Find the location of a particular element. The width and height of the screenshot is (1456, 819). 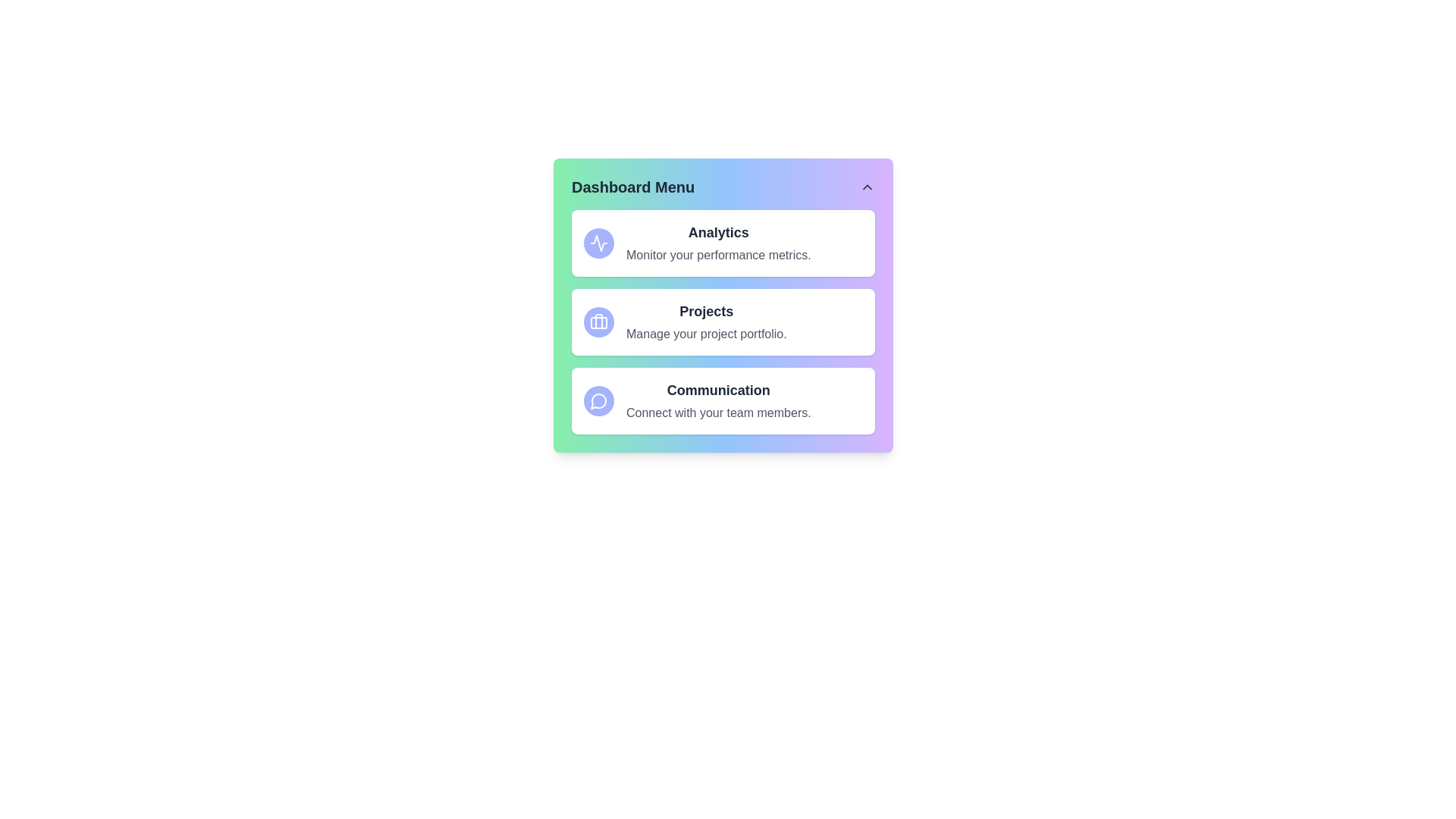

the menu option Projects to view its details is located at coordinates (723, 321).